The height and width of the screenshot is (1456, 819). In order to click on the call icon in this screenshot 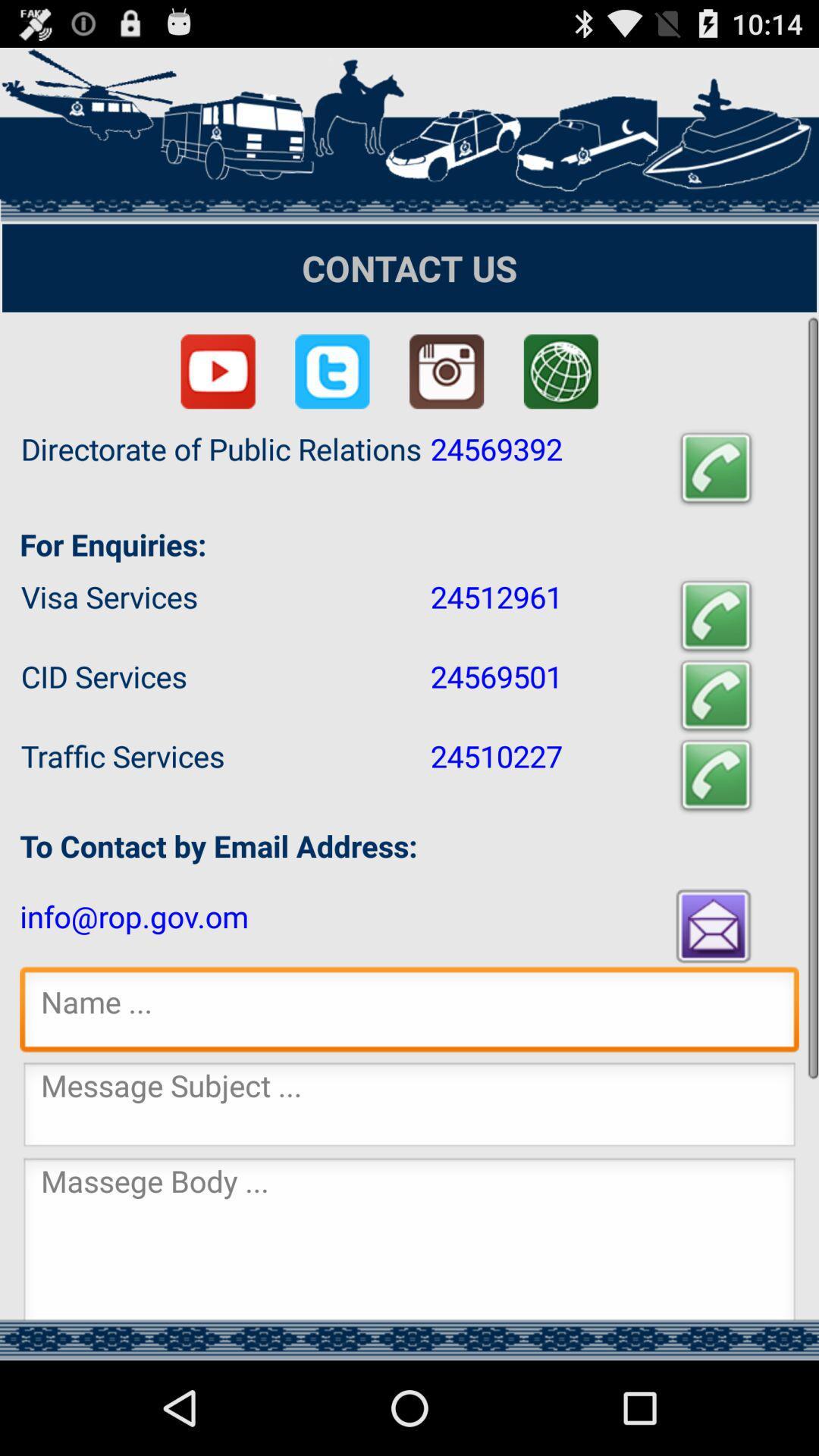, I will do `click(716, 745)`.